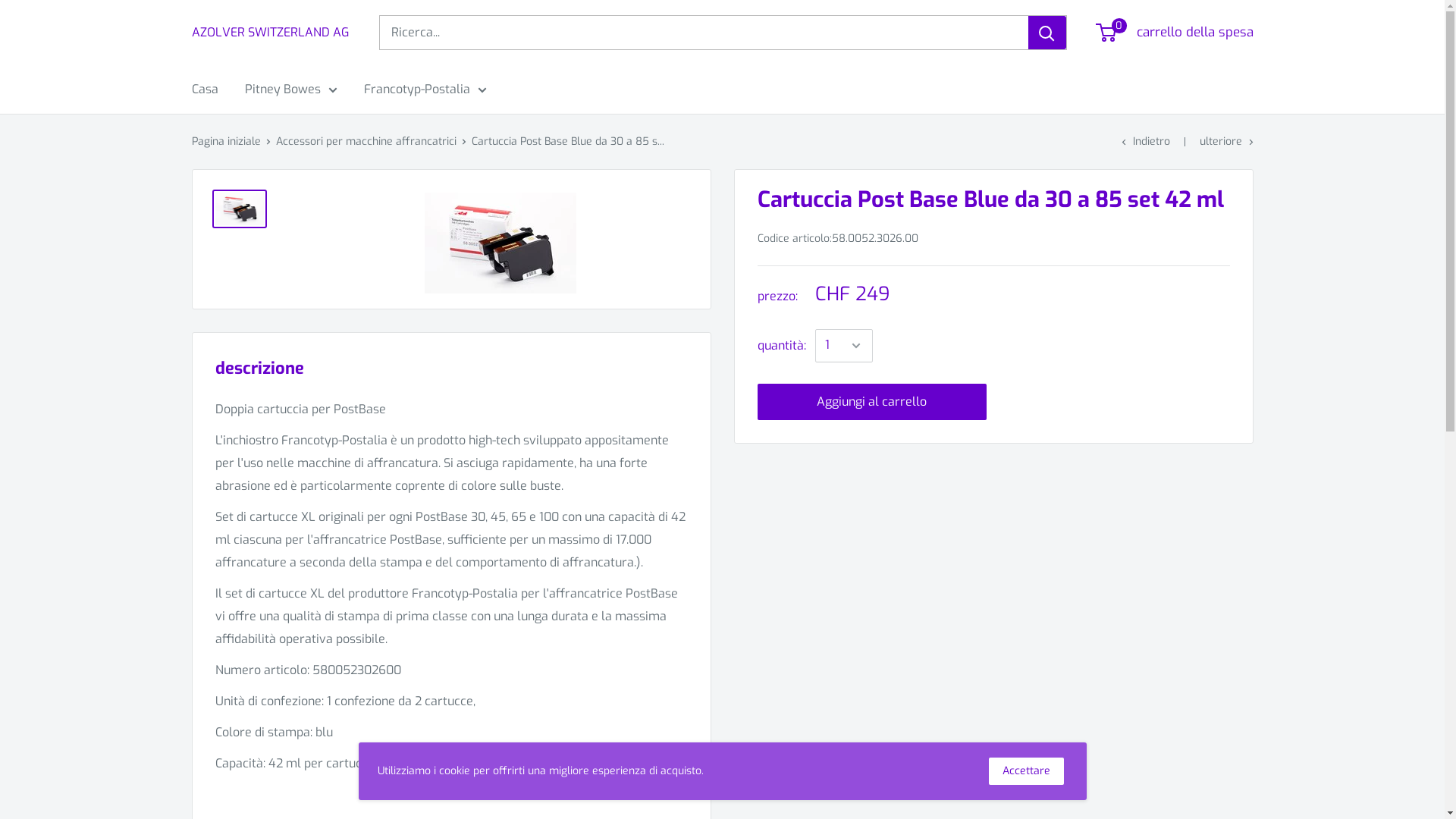 The width and height of the screenshot is (1456, 819). I want to click on 'Accettare', so click(1026, 771).